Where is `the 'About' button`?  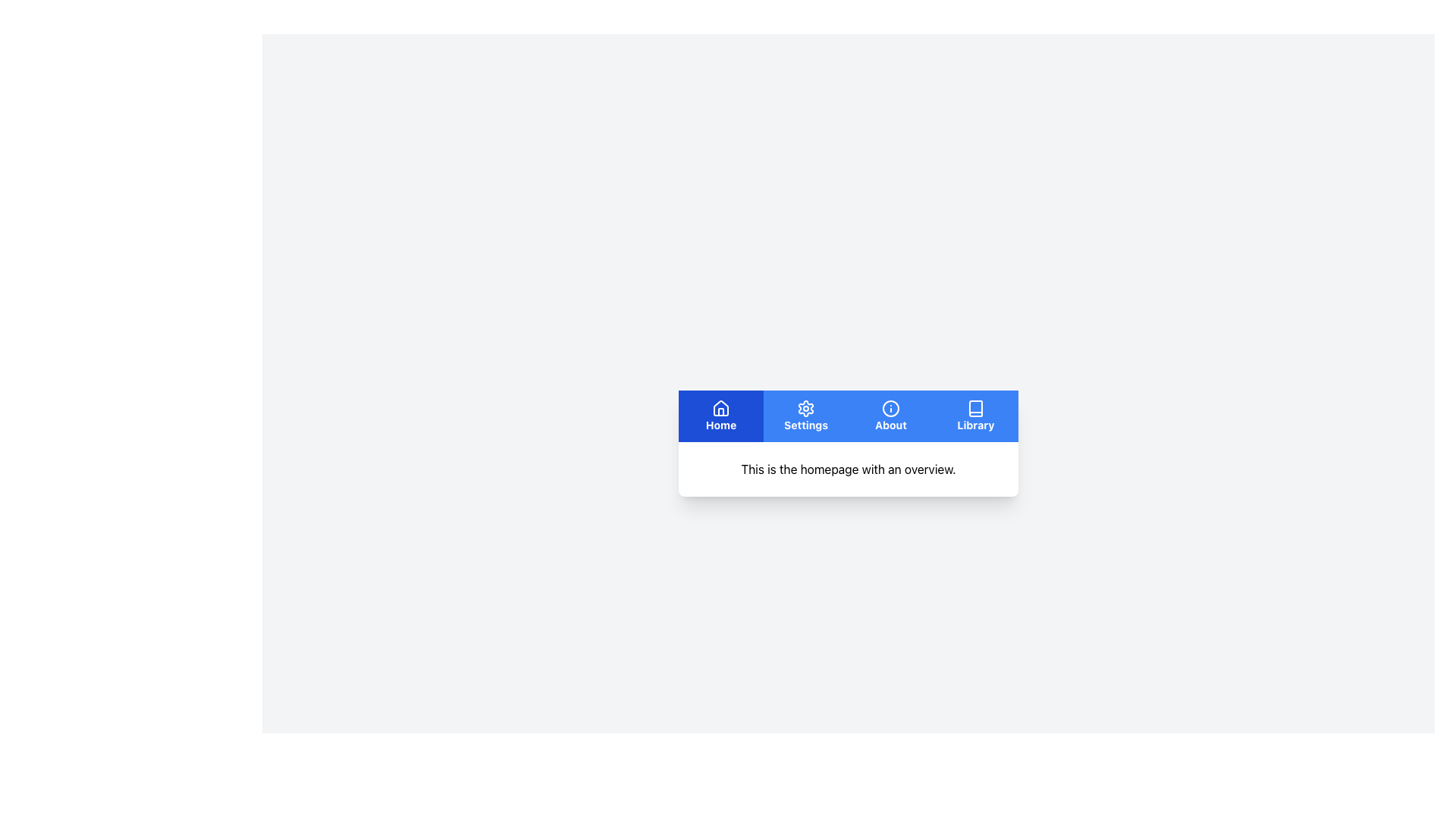 the 'About' button is located at coordinates (891, 416).